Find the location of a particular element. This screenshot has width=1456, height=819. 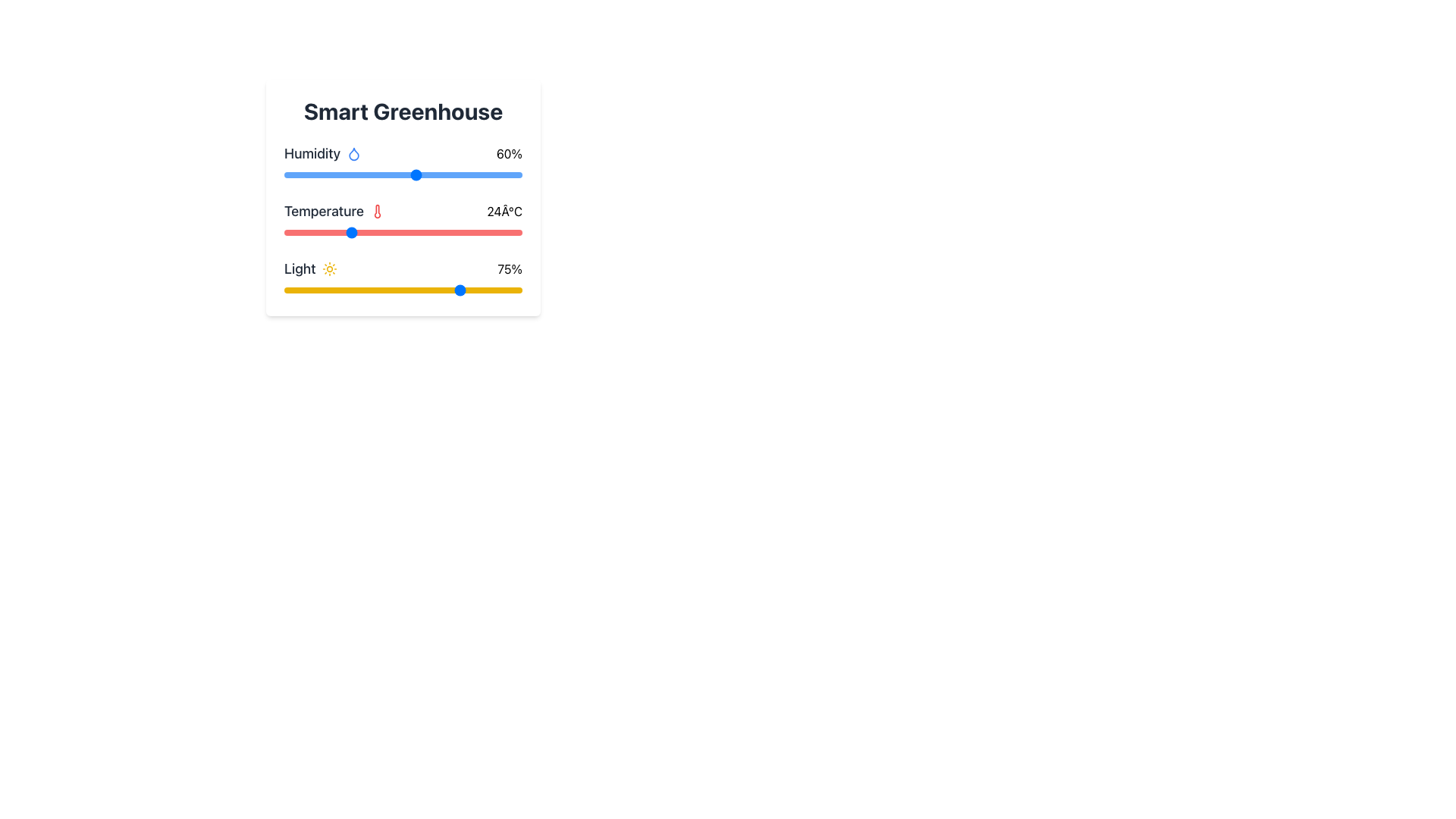

the Text Label that displays the current humidity percentage in the greenhouse monitoring interface, located to the right of the blue droplet icon and the 'Humidity' label is located at coordinates (510, 154).